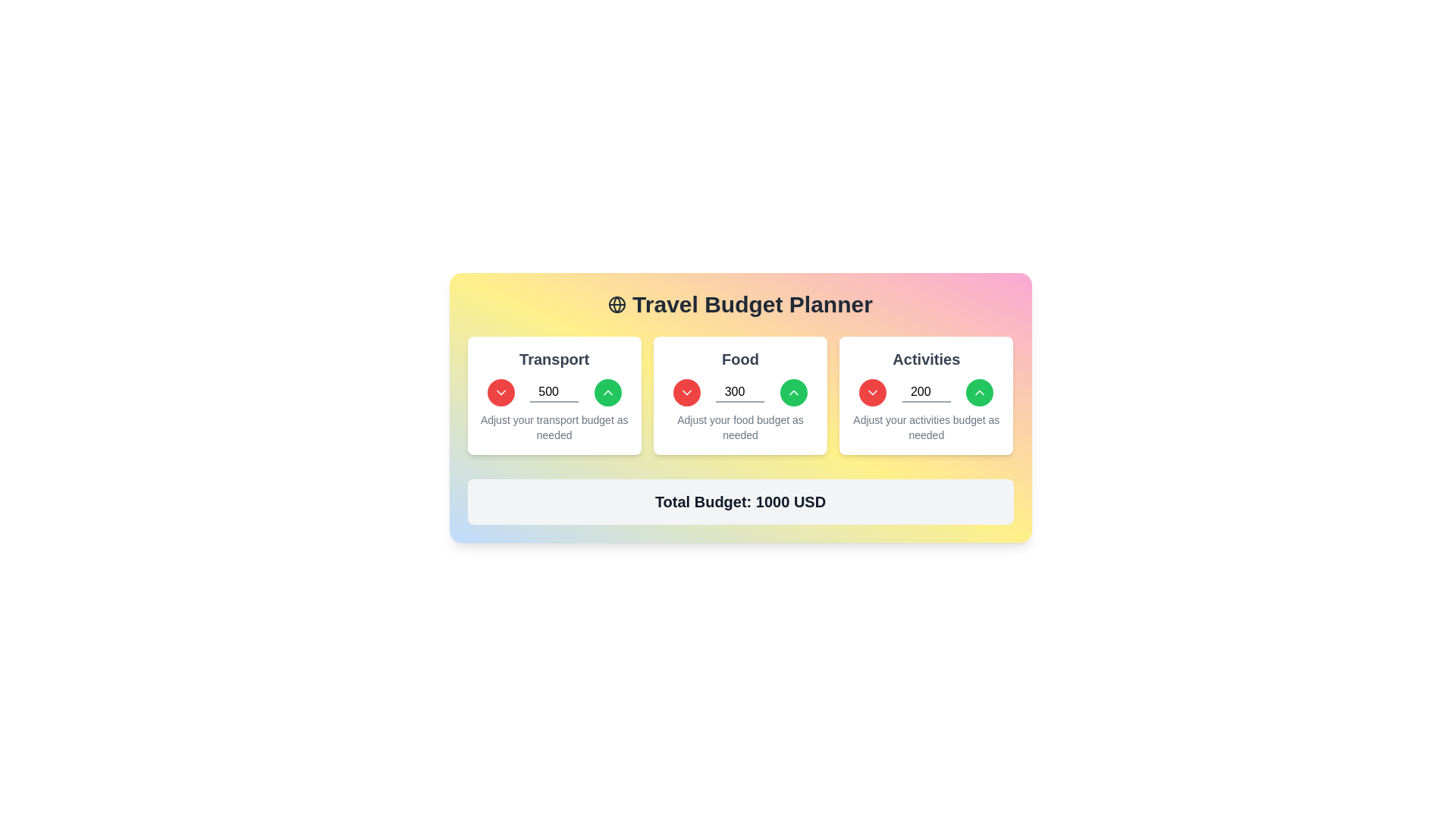  I want to click on the number input group for the 'Food' budget, so click(740, 394).